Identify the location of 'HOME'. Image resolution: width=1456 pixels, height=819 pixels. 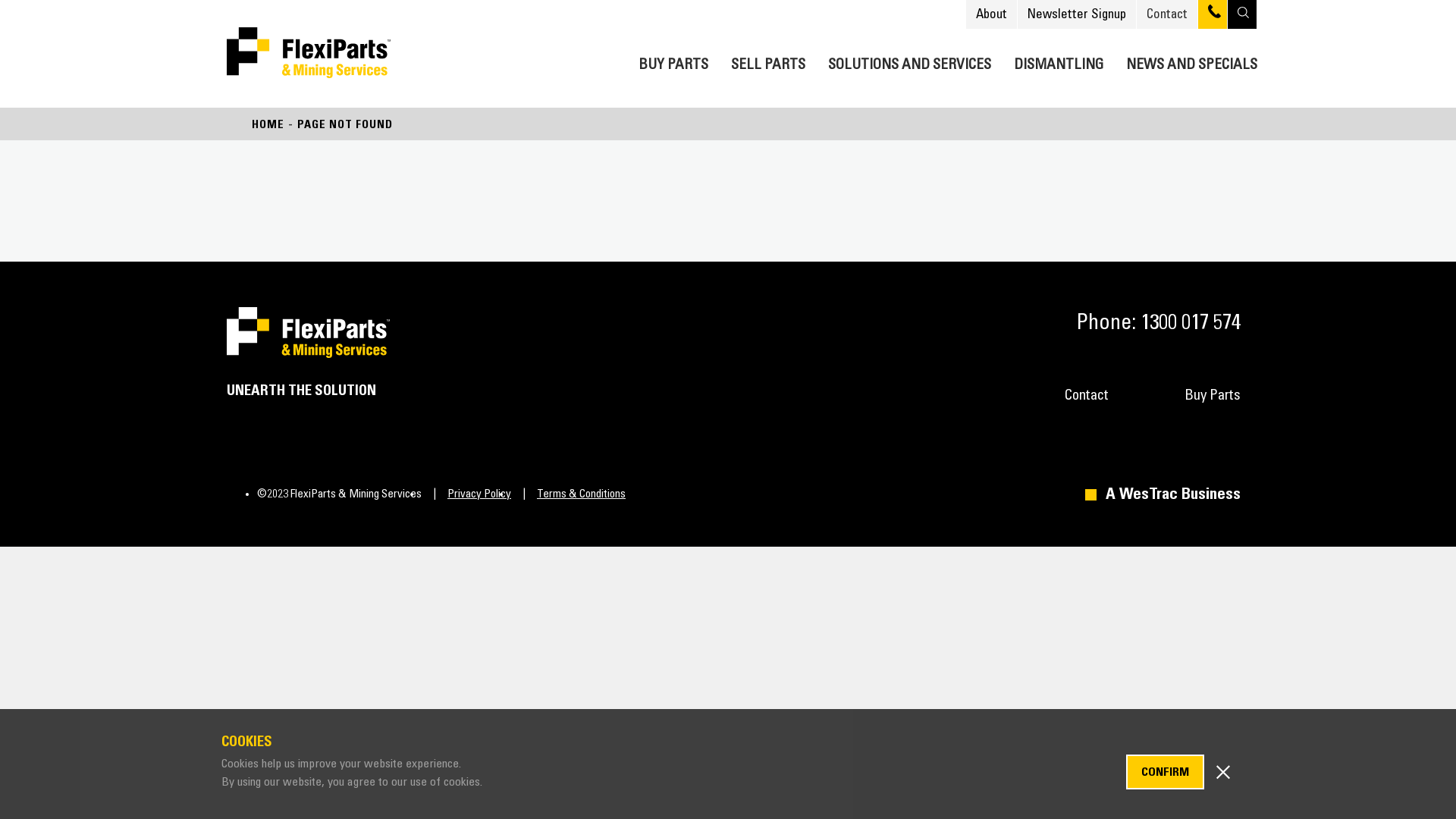
(268, 124).